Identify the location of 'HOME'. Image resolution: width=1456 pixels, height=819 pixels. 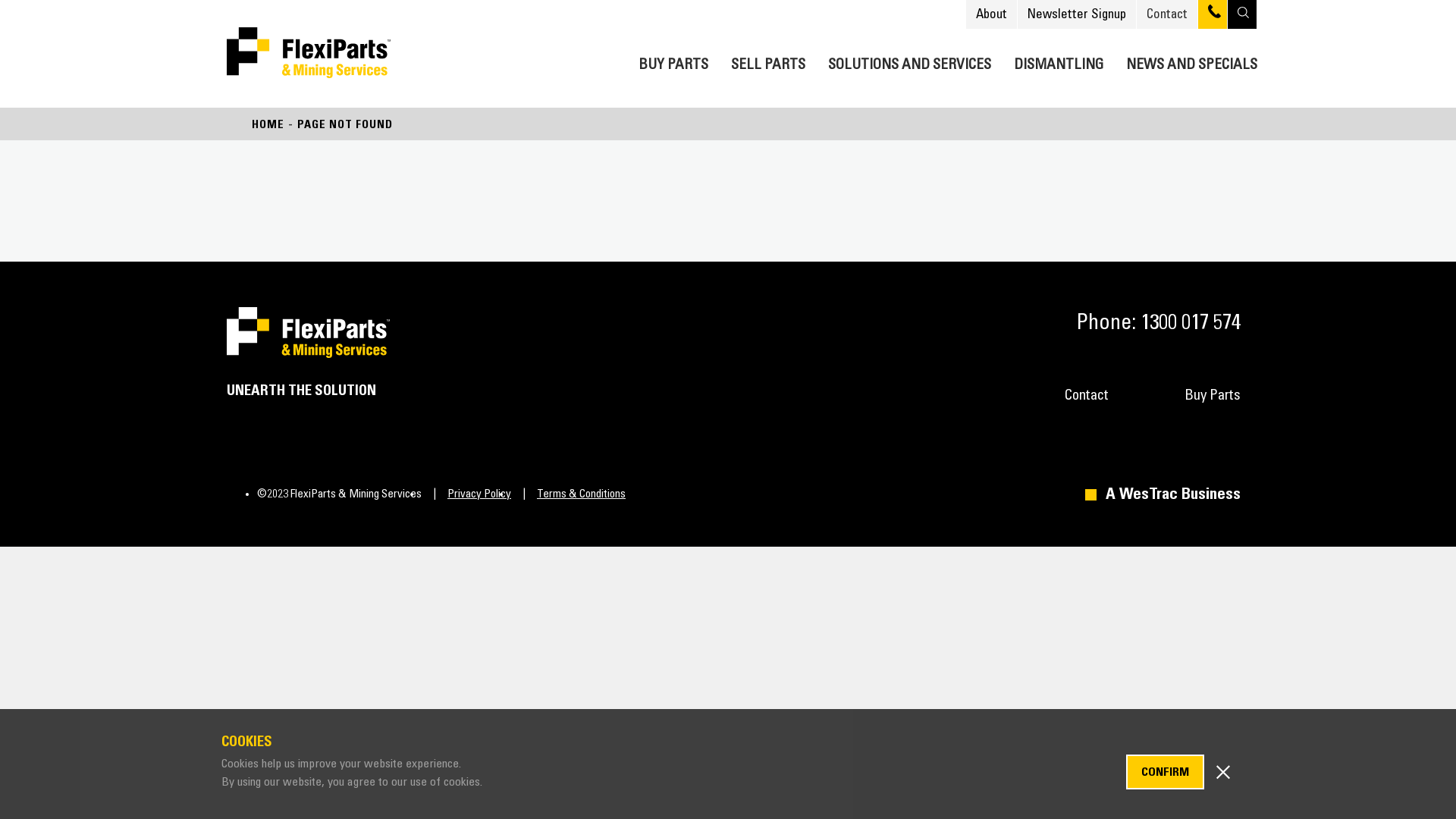
(268, 124).